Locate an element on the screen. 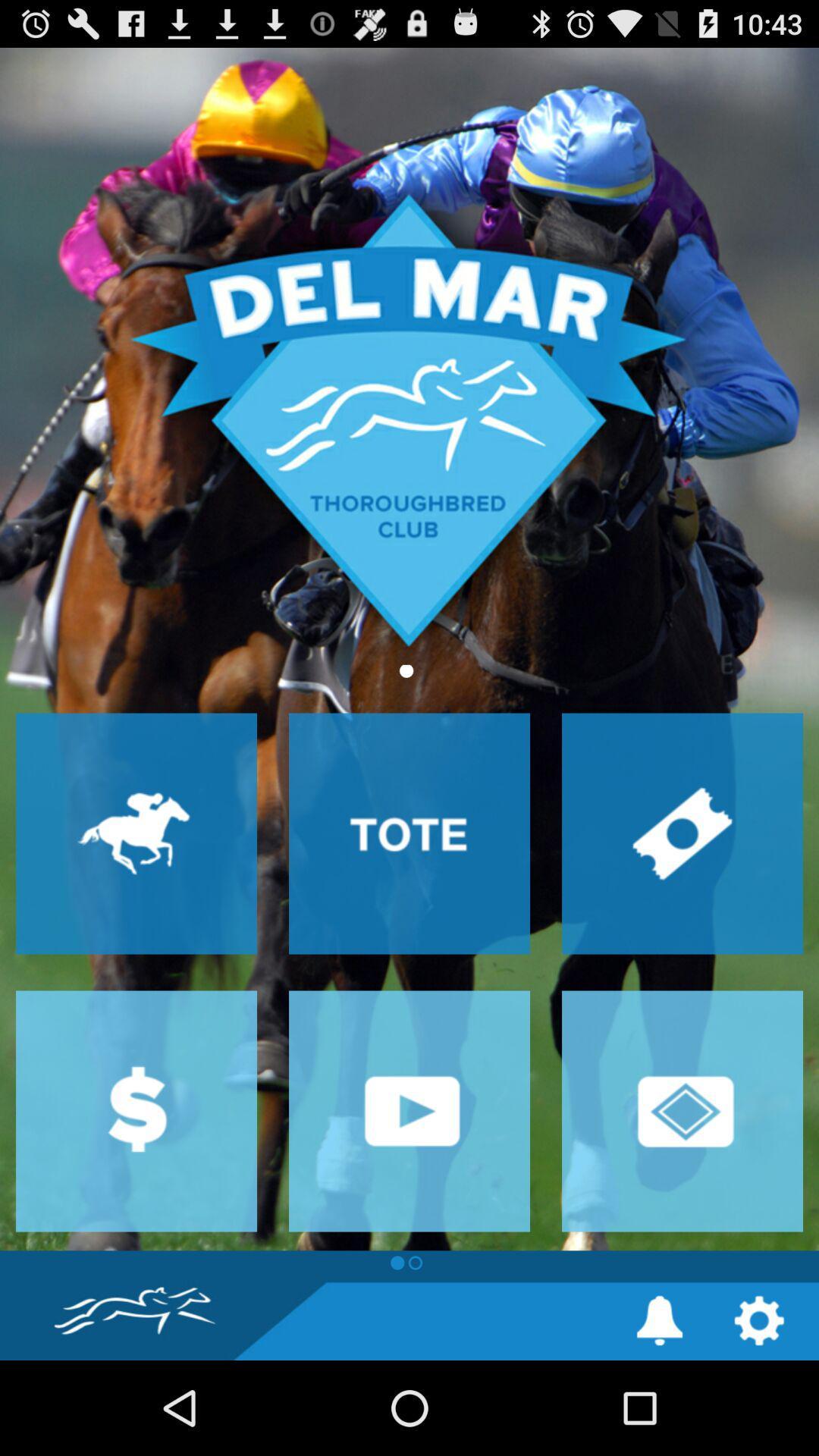 This screenshot has height=1456, width=819. races is located at coordinates (136, 833).